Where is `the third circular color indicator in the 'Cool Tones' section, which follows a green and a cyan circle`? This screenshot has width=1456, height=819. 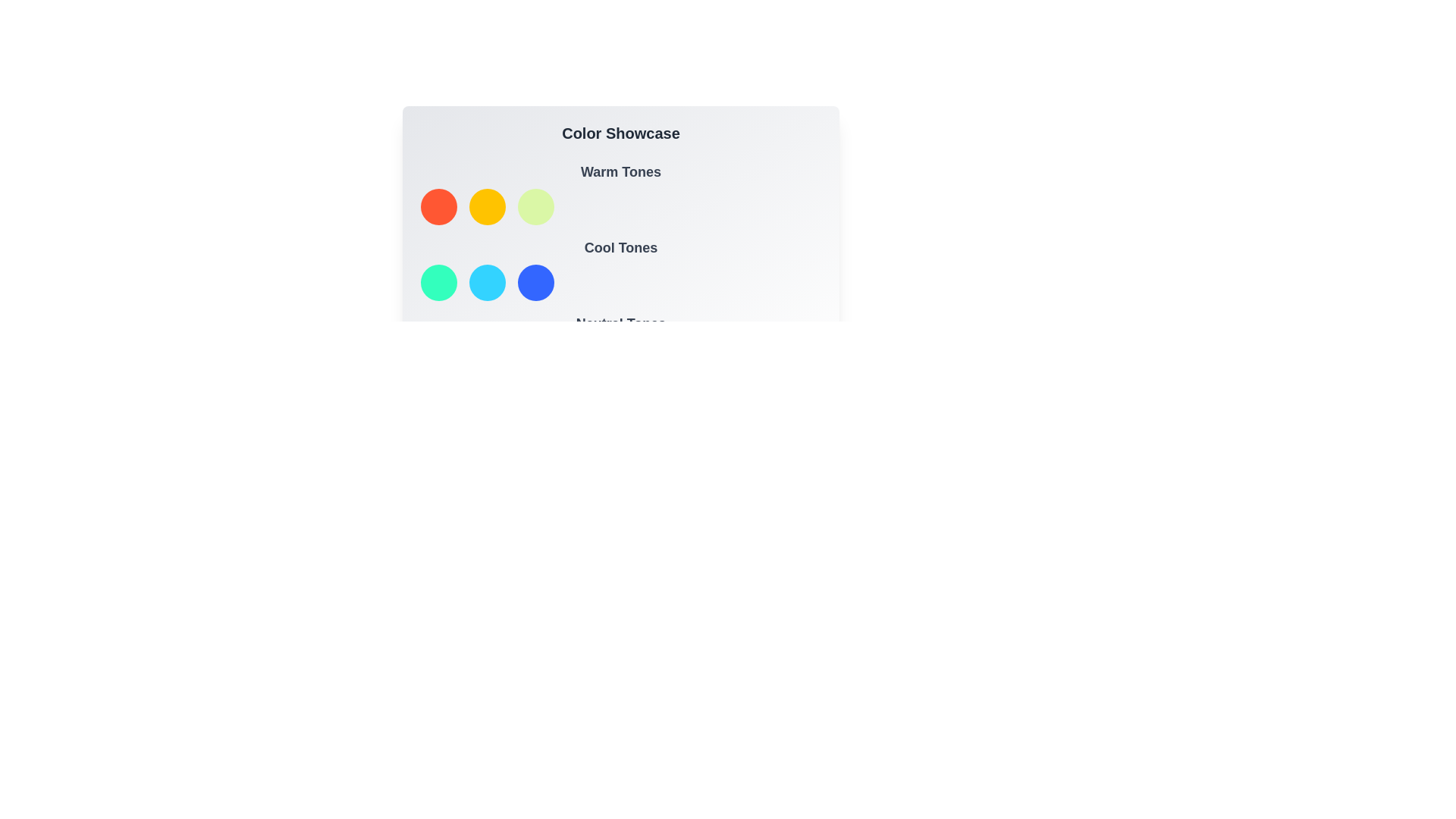 the third circular color indicator in the 'Cool Tones' section, which follows a green and a cyan circle is located at coordinates (535, 283).